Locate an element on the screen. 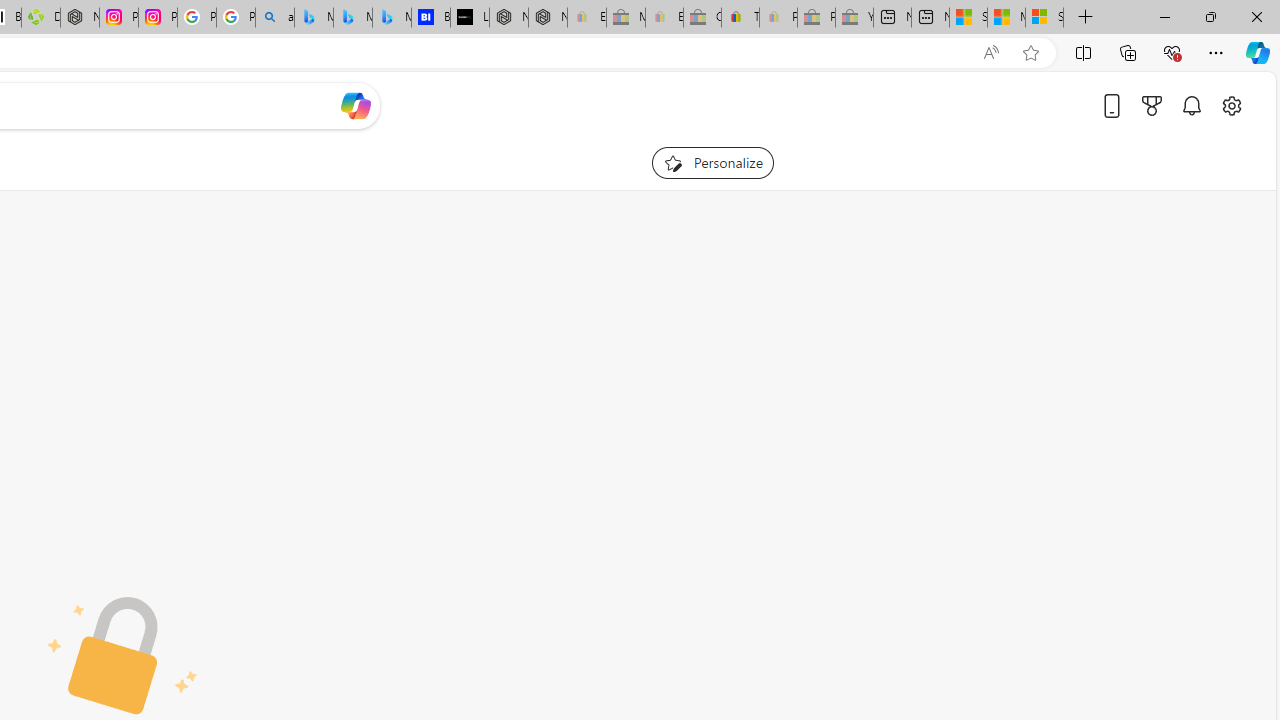  'Personalize your feed"' is located at coordinates (712, 162).